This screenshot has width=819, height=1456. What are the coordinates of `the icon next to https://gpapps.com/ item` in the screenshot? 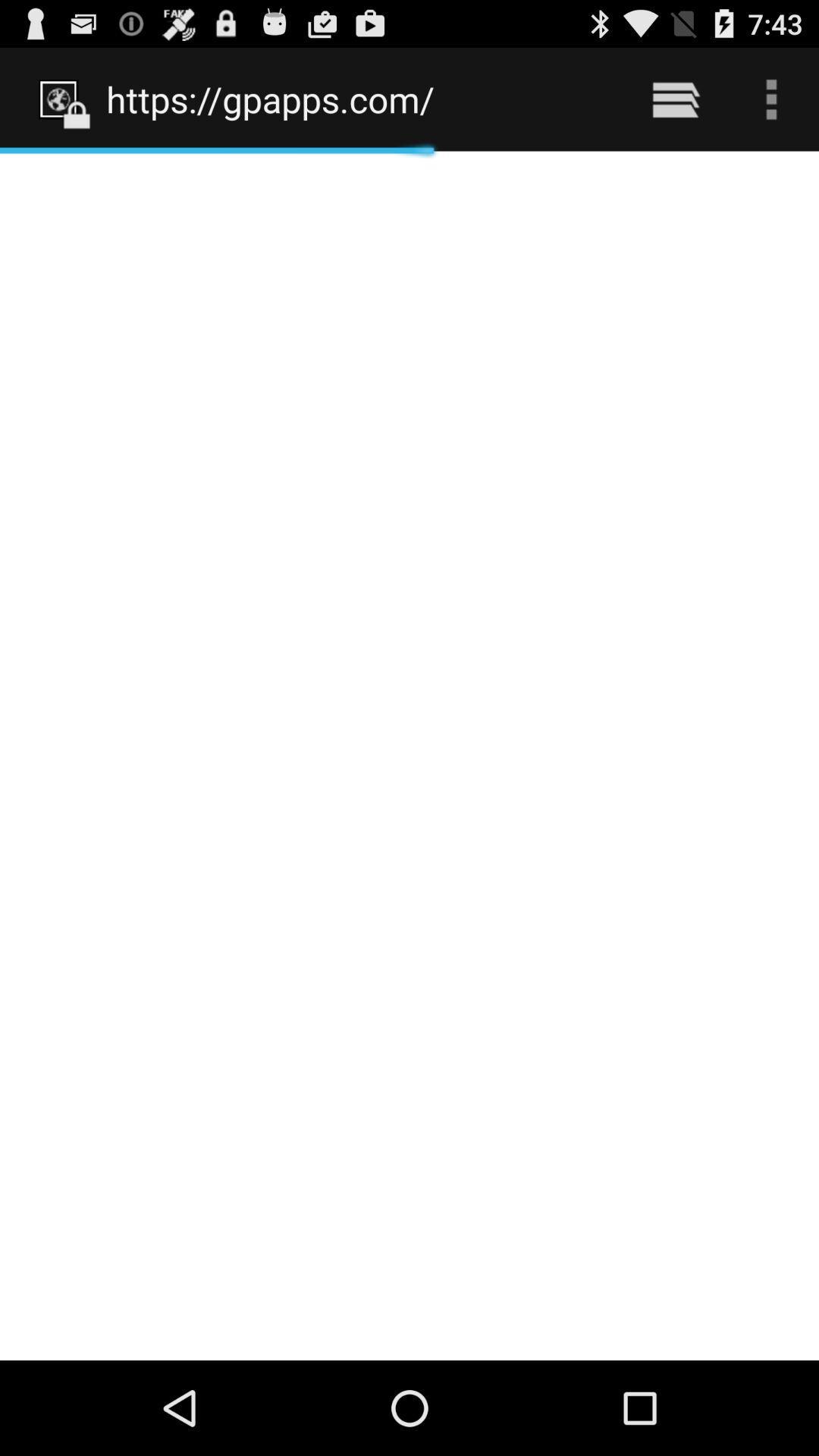 It's located at (675, 99).